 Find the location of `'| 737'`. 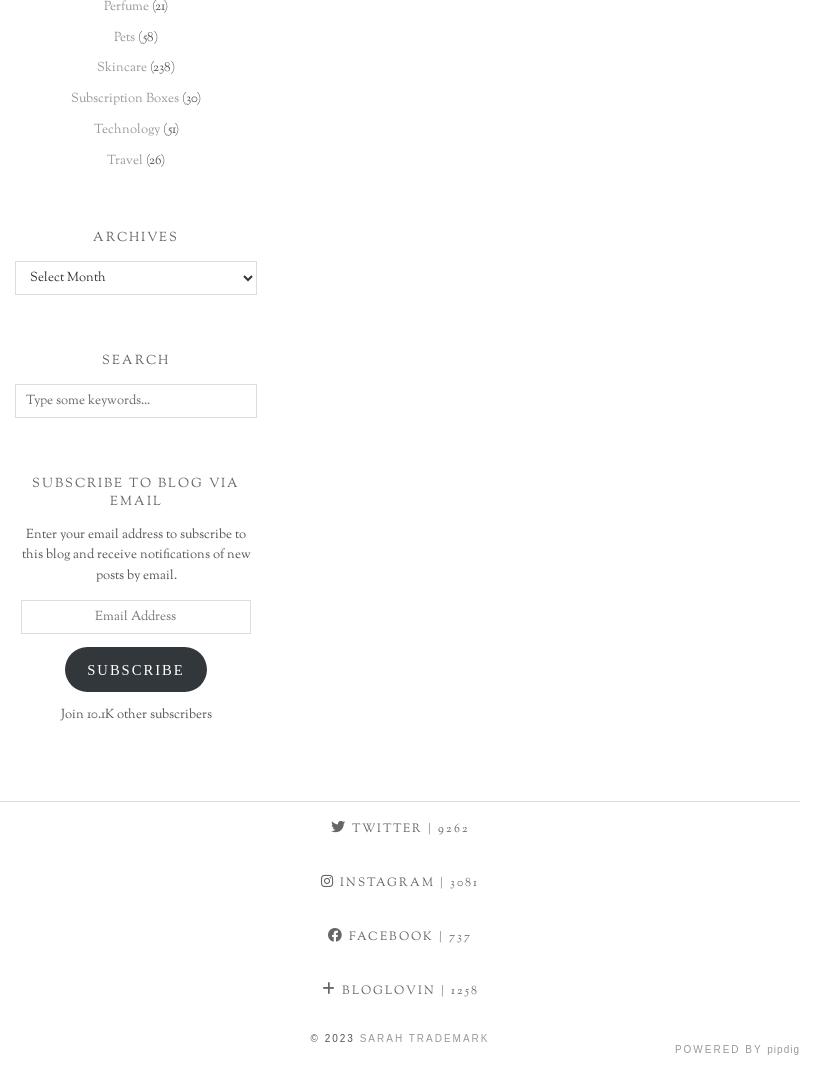

'| 737' is located at coordinates (452, 935).